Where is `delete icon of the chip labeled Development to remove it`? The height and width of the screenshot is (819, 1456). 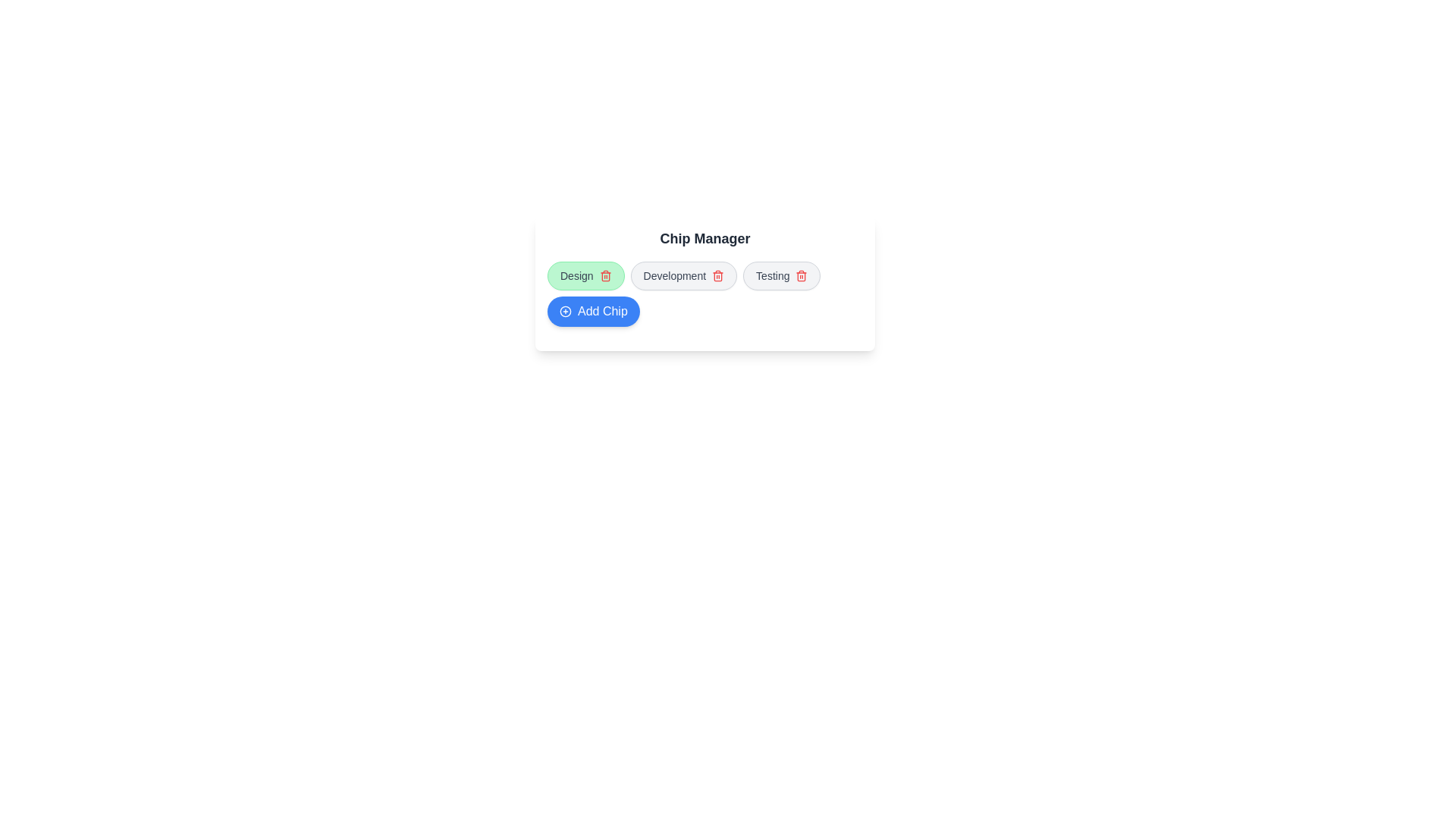
delete icon of the chip labeled Development to remove it is located at coordinates (717, 275).